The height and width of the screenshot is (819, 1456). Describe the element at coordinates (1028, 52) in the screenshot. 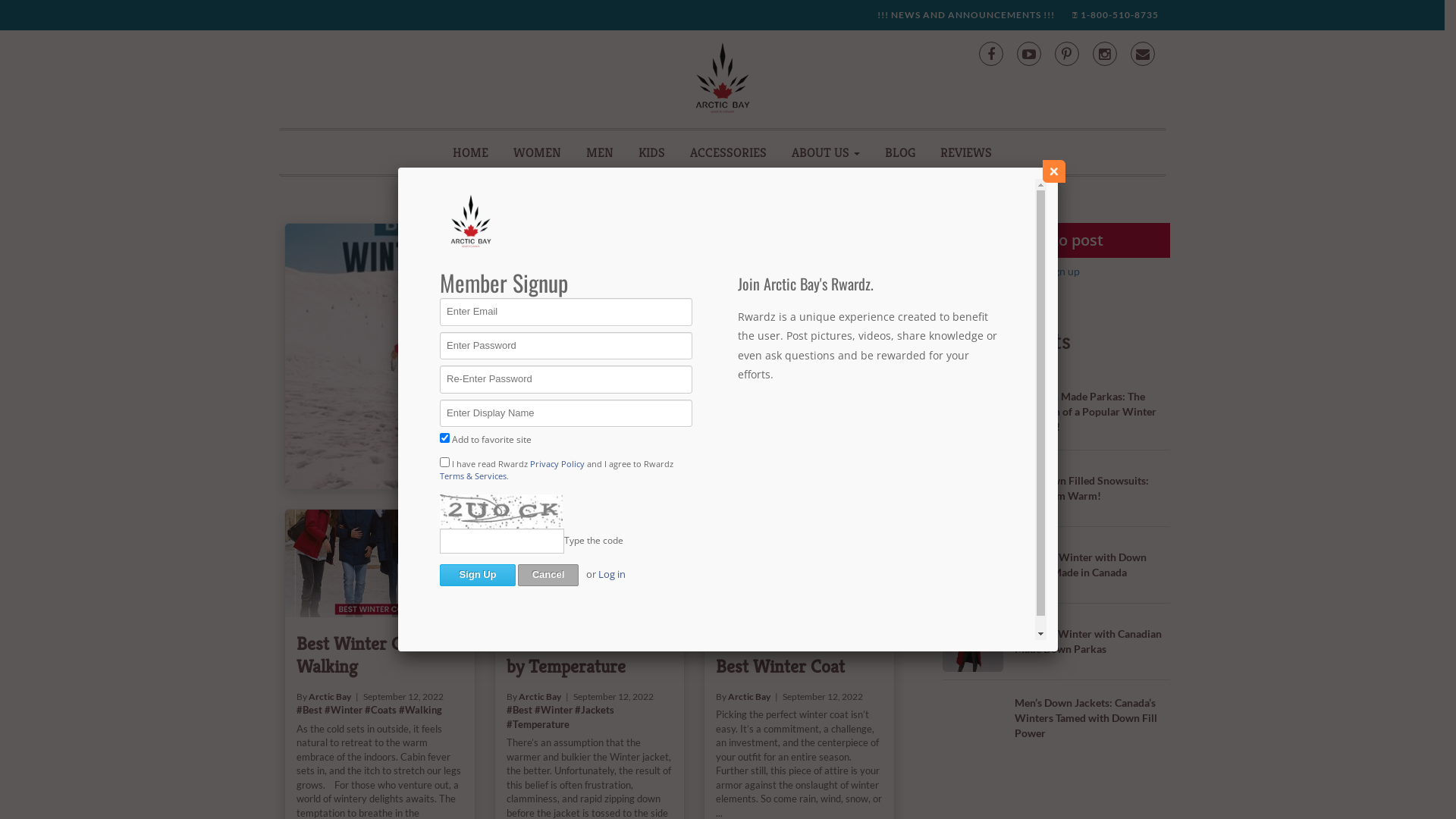

I see `'Arctic Bay on YouTube'` at that location.